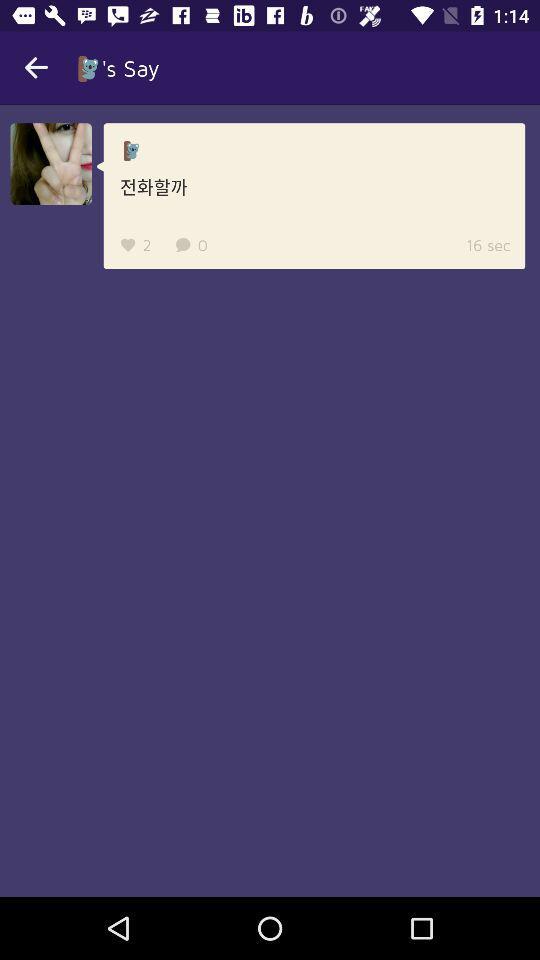  I want to click on the arrow_backward icon, so click(36, 68).